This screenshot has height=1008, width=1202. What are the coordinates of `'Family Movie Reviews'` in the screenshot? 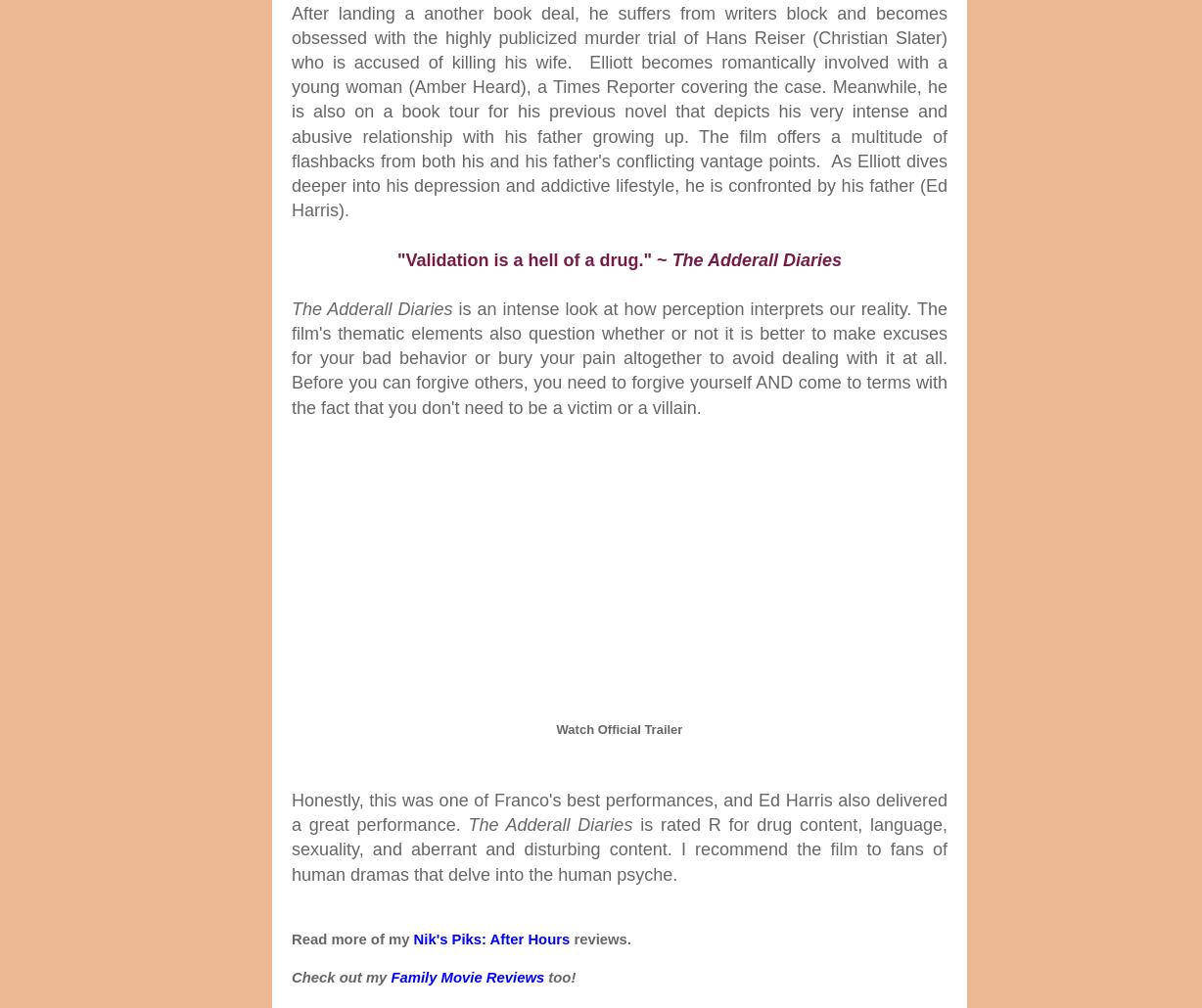 It's located at (466, 976).